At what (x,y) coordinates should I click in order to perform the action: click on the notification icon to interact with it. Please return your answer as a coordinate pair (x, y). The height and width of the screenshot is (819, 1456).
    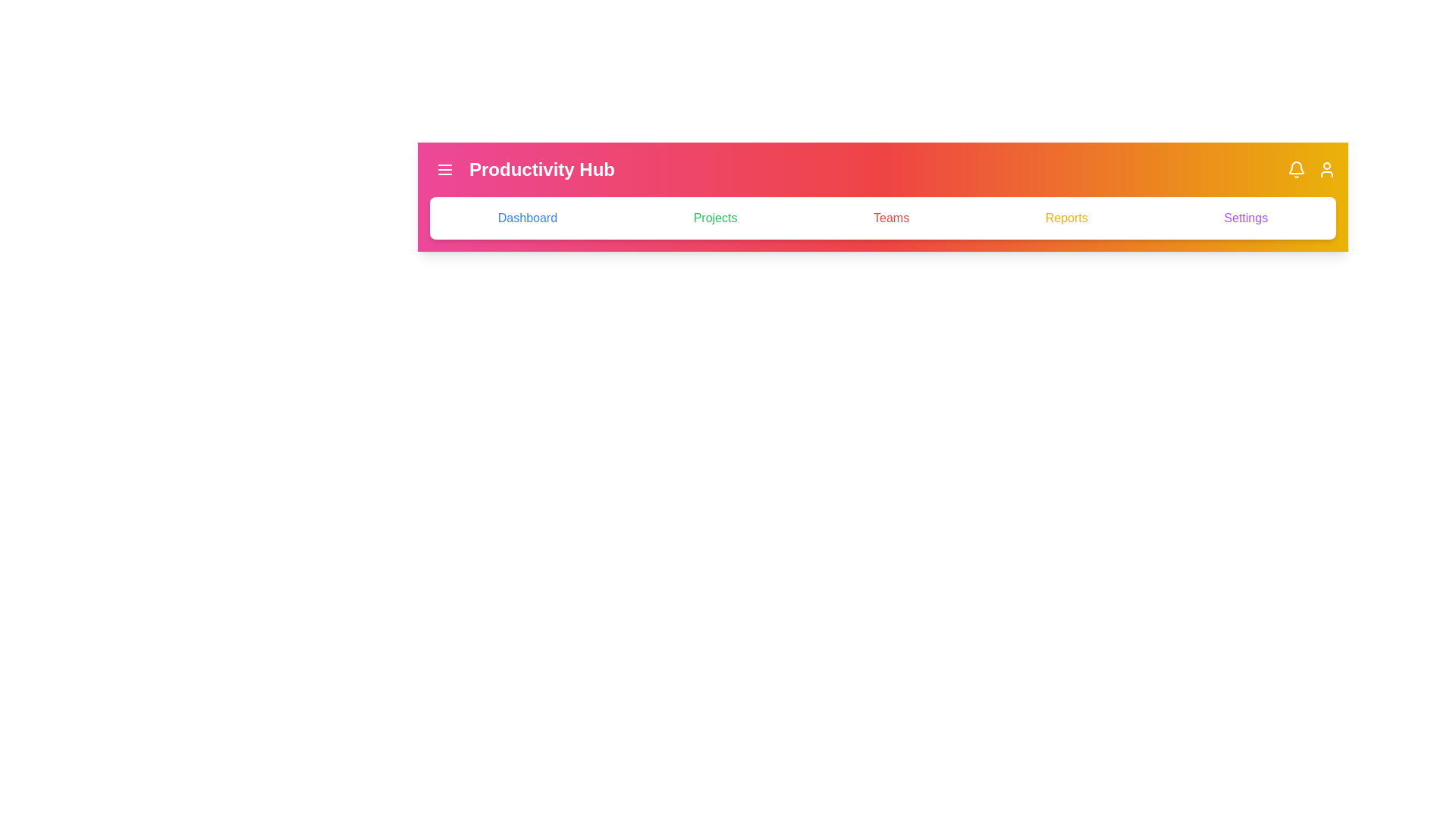
    Looking at the image, I should click on (1295, 169).